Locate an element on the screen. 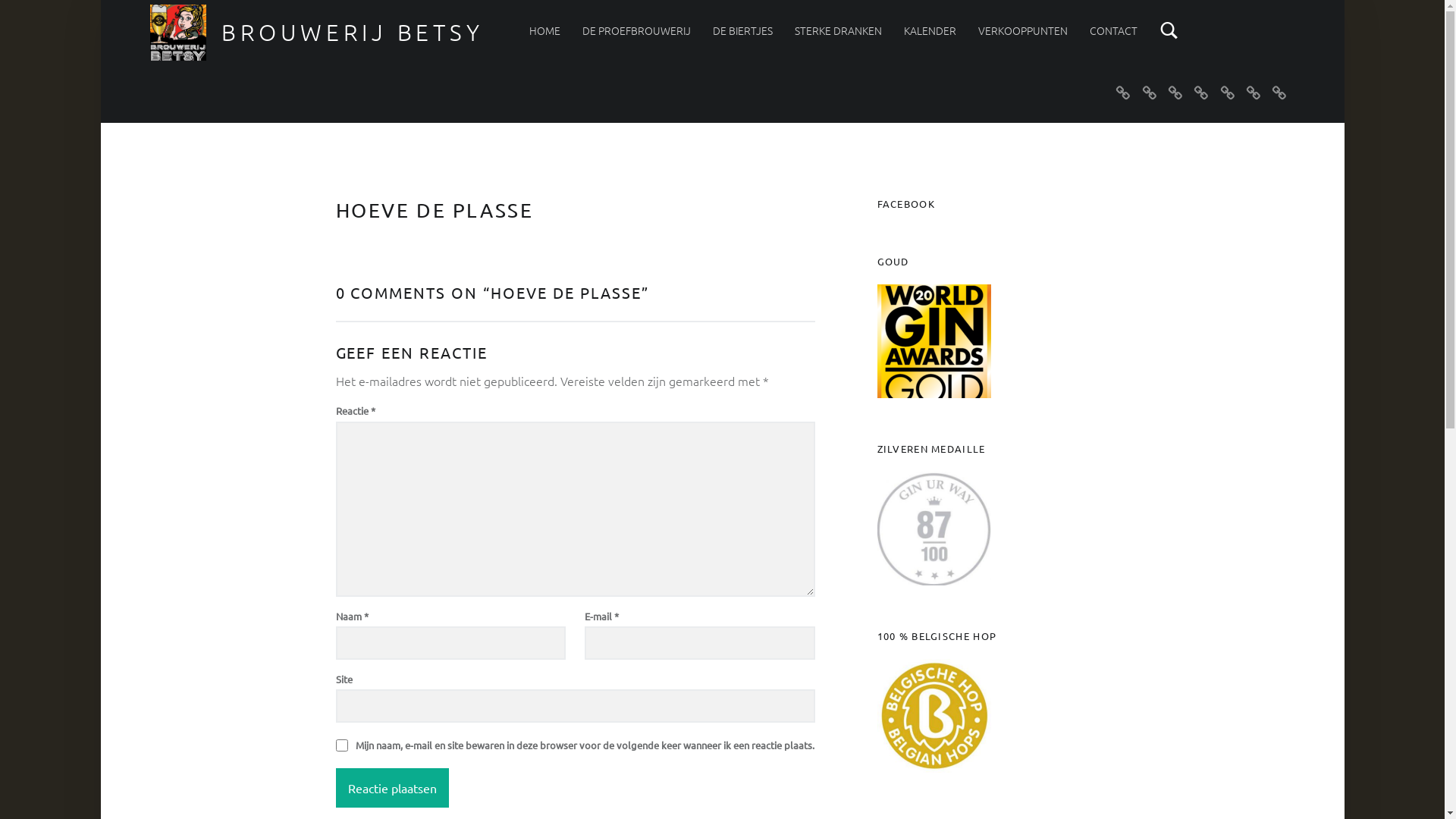  'KALENDER' is located at coordinates (929, 30).